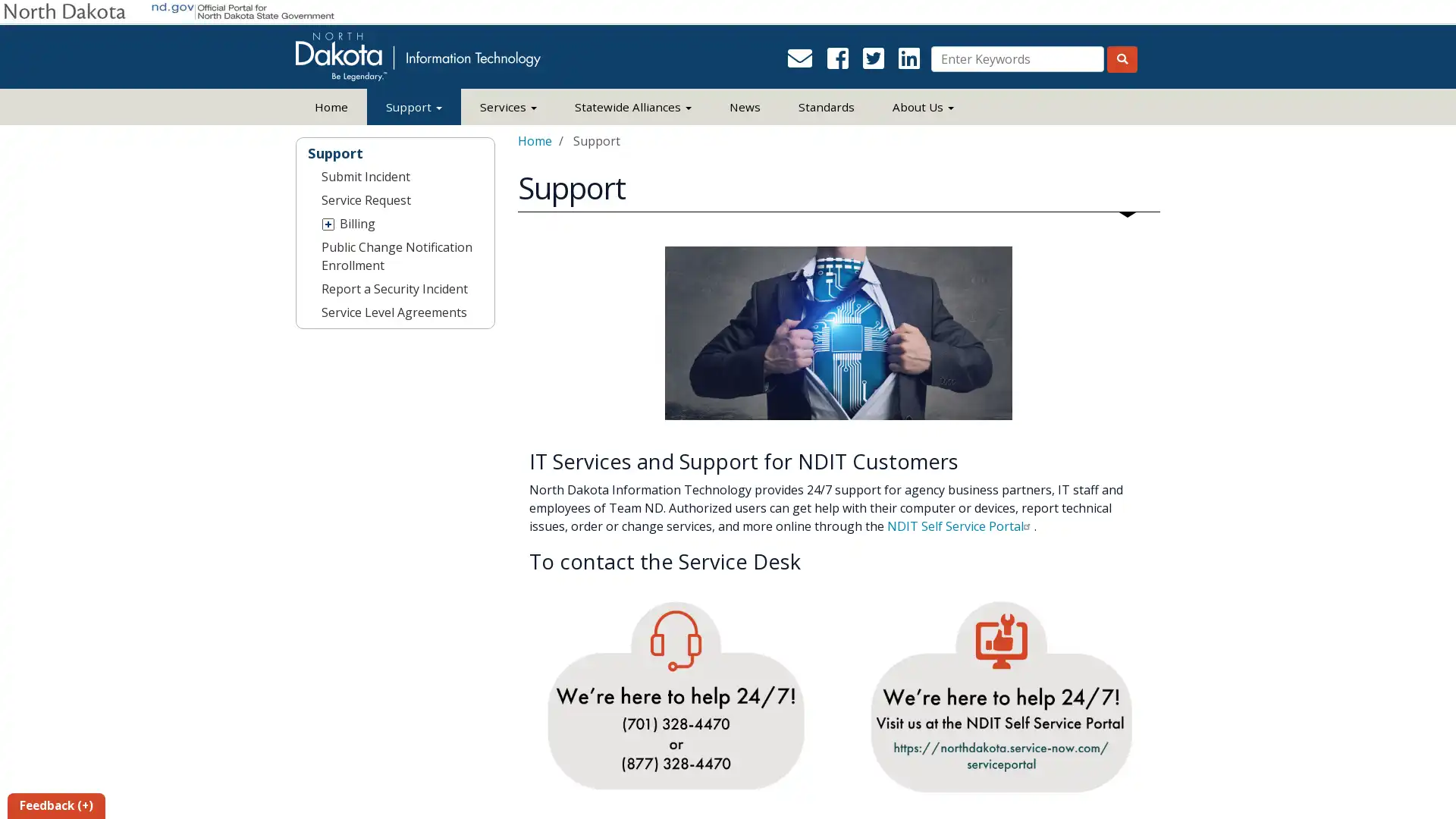 The width and height of the screenshot is (1456, 819). I want to click on Follow Us on Facebook, so click(841, 62).